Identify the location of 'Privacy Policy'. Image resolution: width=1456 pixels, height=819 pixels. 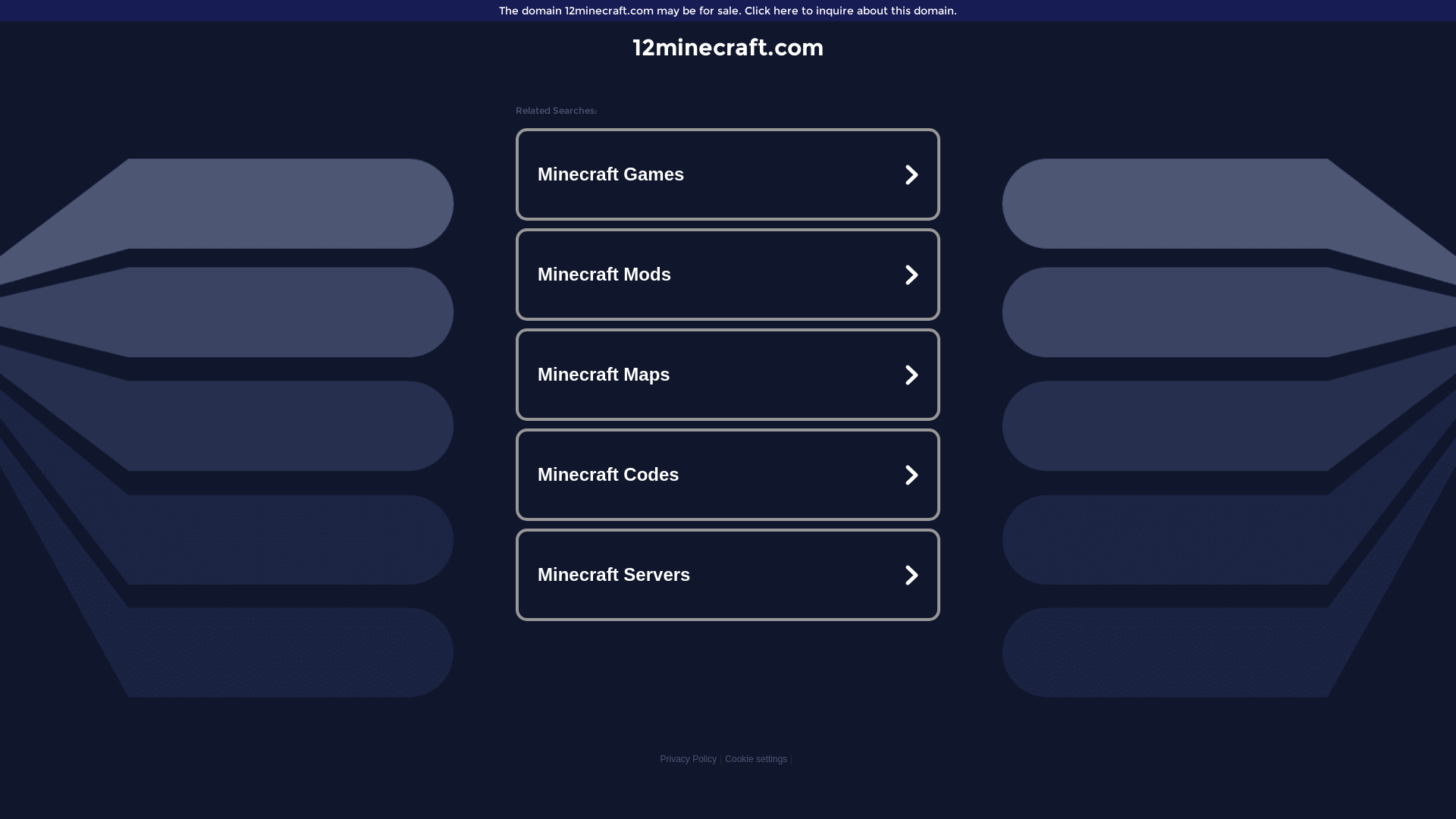
(687, 759).